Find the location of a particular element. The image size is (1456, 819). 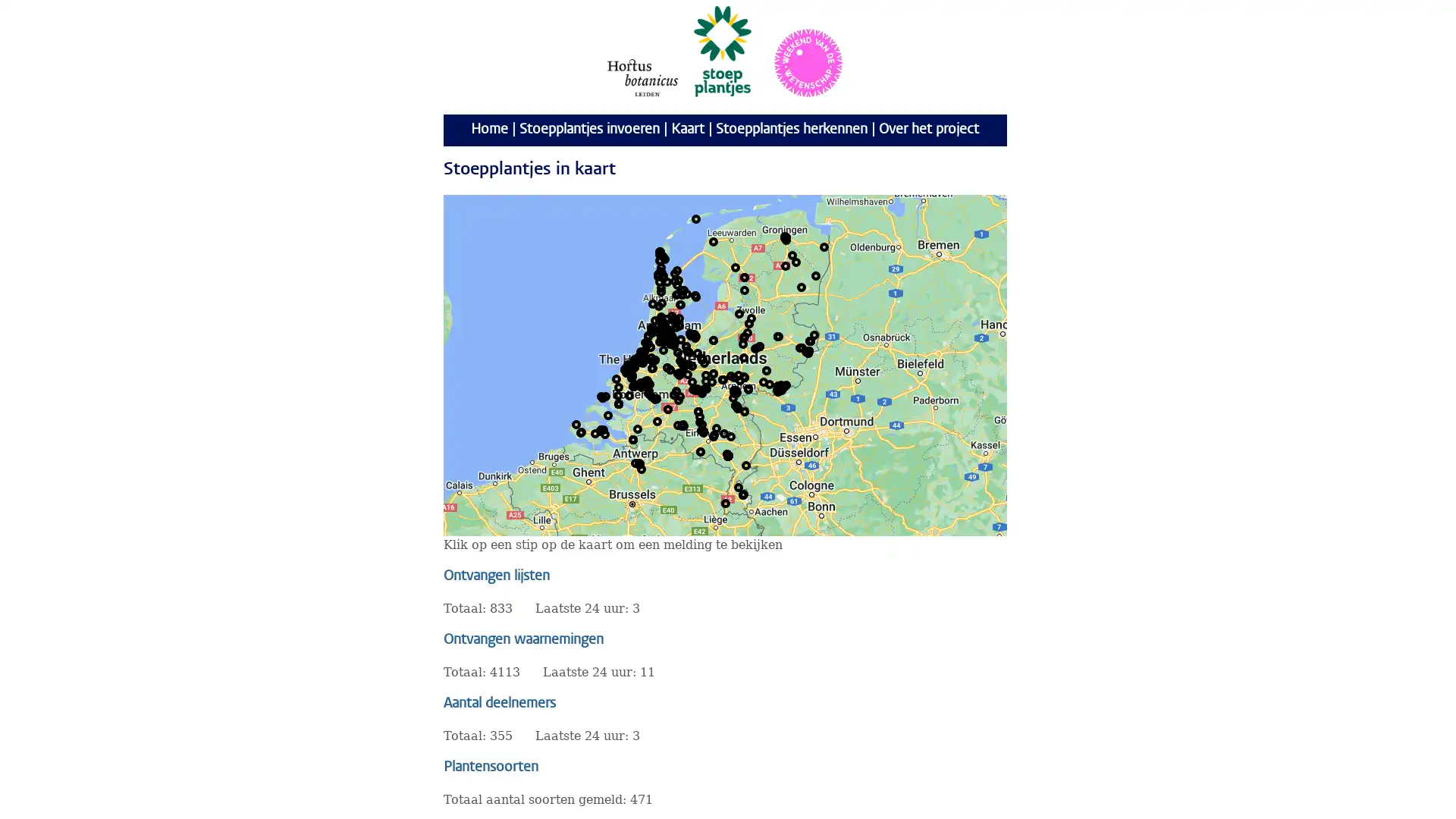

Telling van Linney Koornneef op 03 juni 2022 is located at coordinates (619, 403).